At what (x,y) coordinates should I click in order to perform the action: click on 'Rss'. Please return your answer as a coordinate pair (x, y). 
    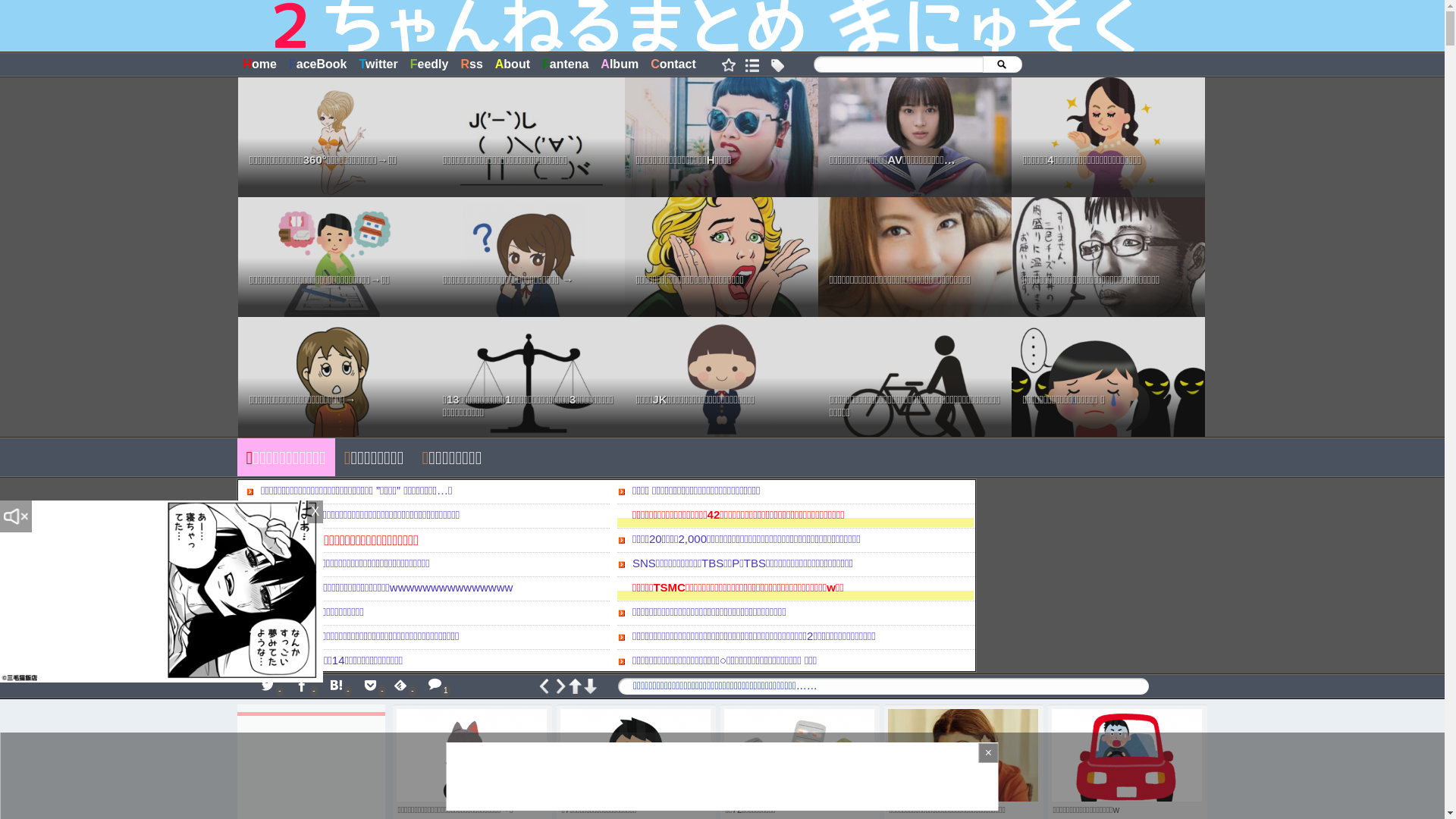
    Looking at the image, I should click on (453, 63).